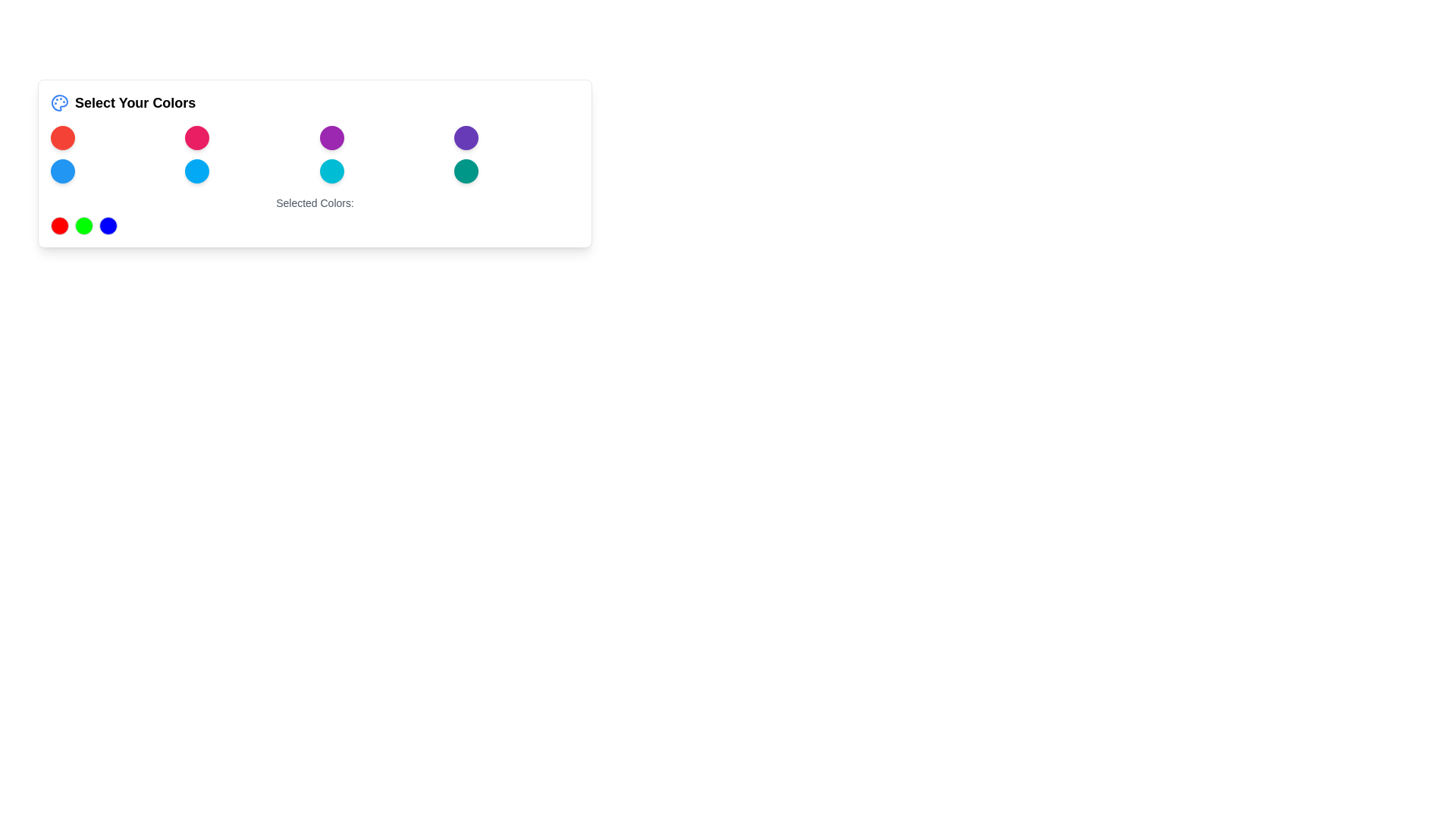  Describe the element at coordinates (59, 102) in the screenshot. I see `the palette-like icon with a blue outline, which is located to the left of the 'Select Your Colors' text` at that location.